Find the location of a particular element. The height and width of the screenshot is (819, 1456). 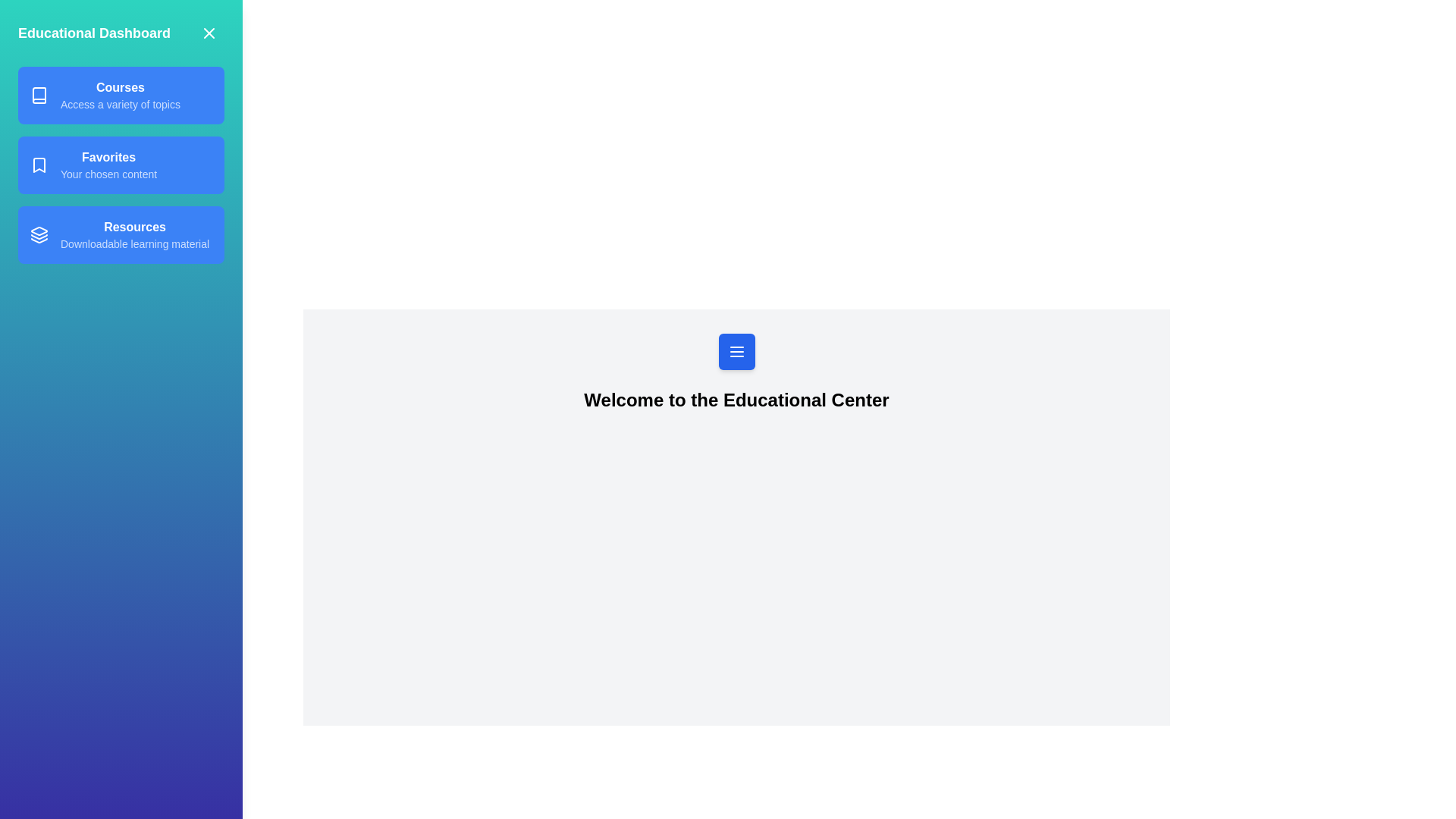

the Resources from the drawer menu is located at coordinates (120, 234).